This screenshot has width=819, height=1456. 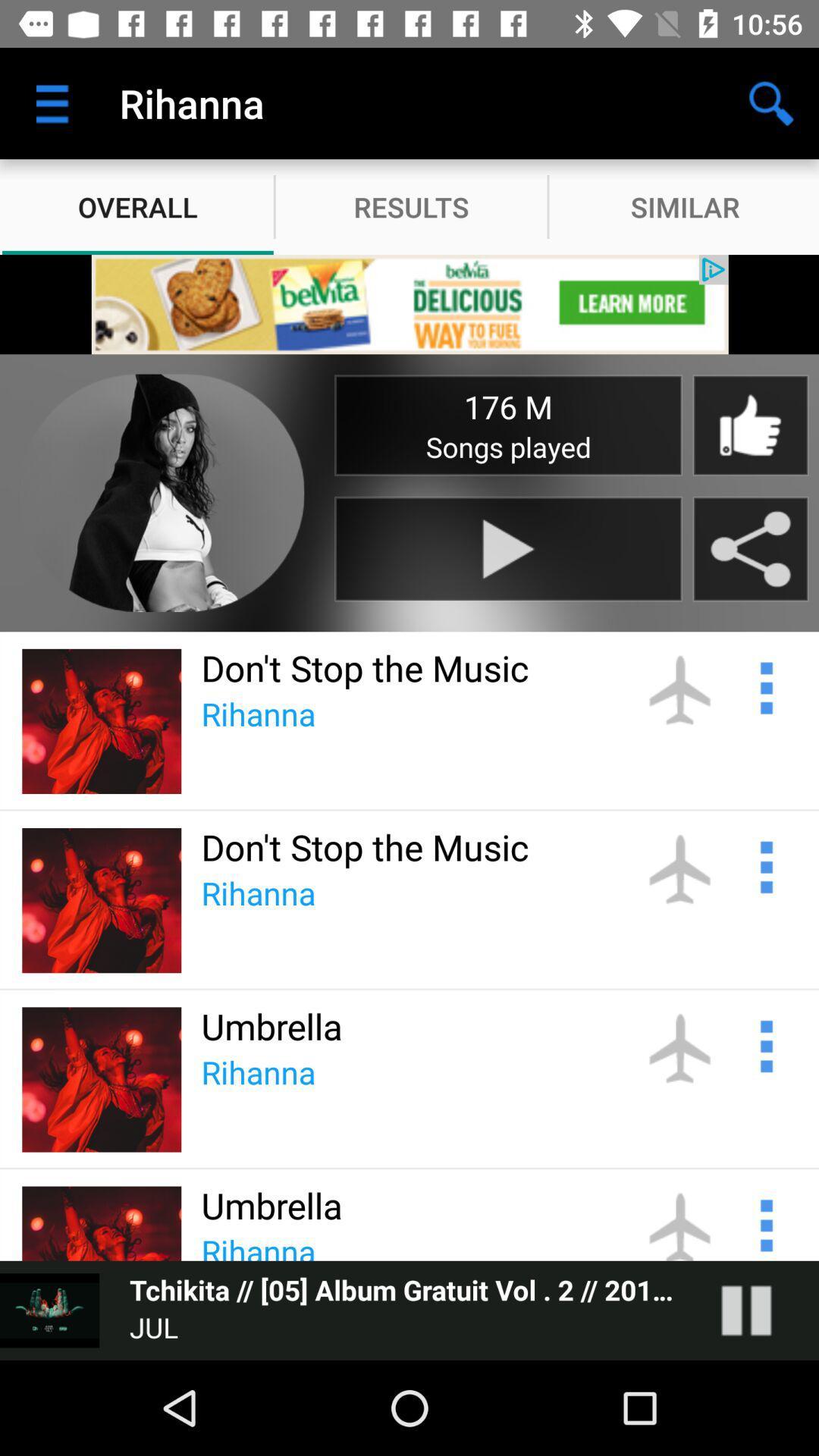 What do you see at coordinates (508, 548) in the screenshot?
I see `play button` at bounding box center [508, 548].